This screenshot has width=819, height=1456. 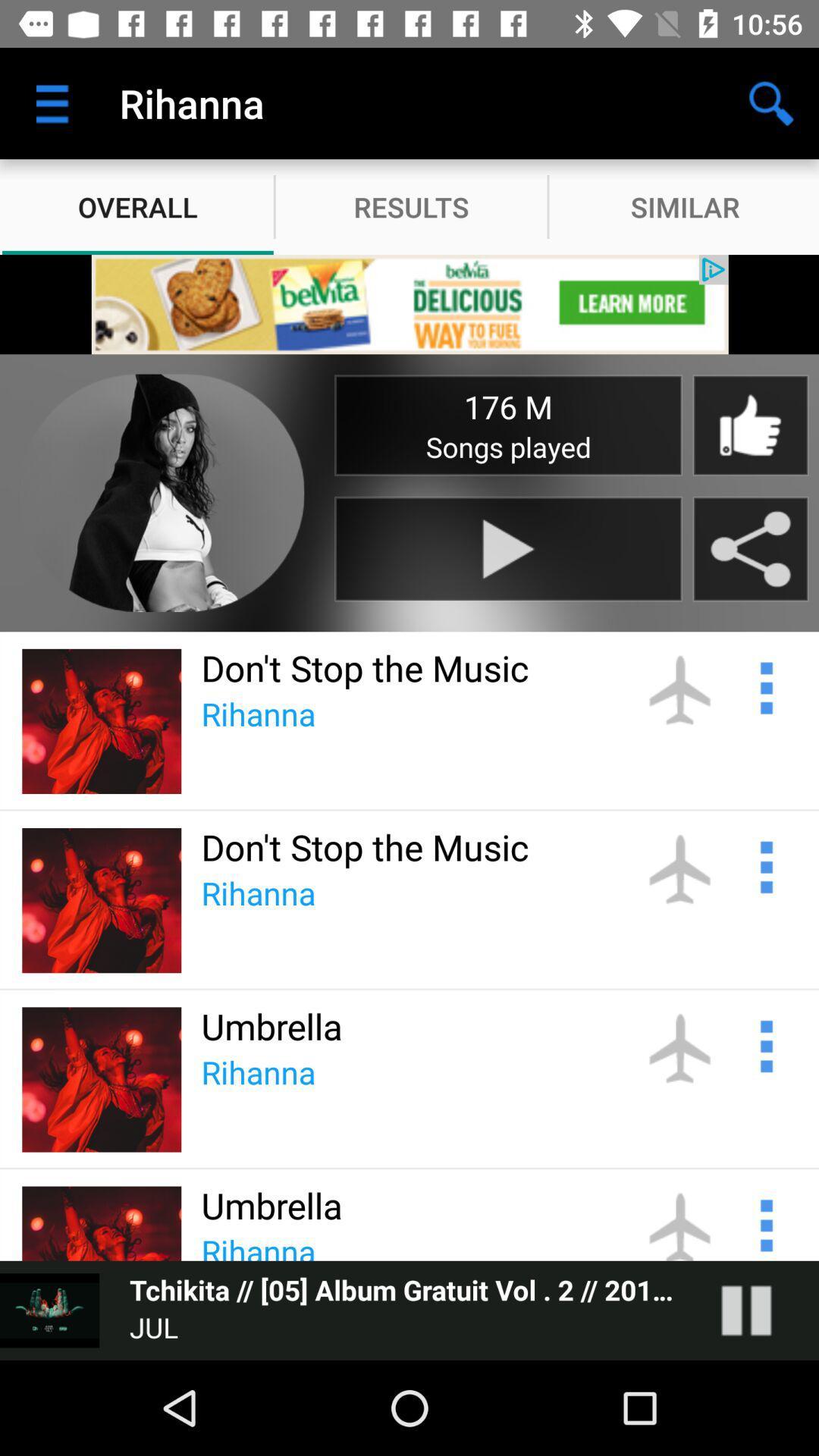 What do you see at coordinates (508, 548) in the screenshot?
I see `play button` at bounding box center [508, 548].